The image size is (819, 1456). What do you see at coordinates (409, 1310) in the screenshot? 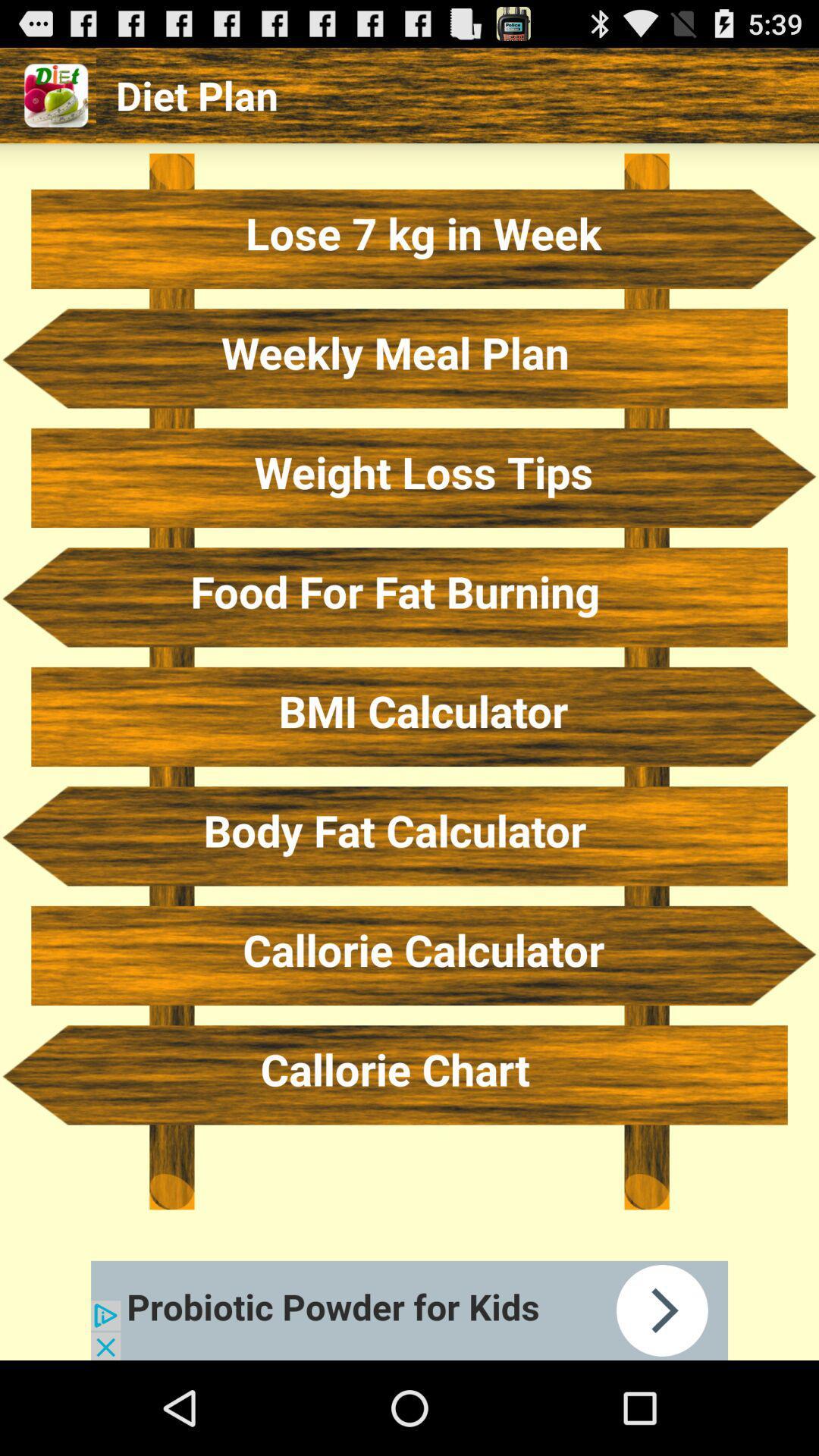
I see `advertisement page` at bounding box center [409, 1310].